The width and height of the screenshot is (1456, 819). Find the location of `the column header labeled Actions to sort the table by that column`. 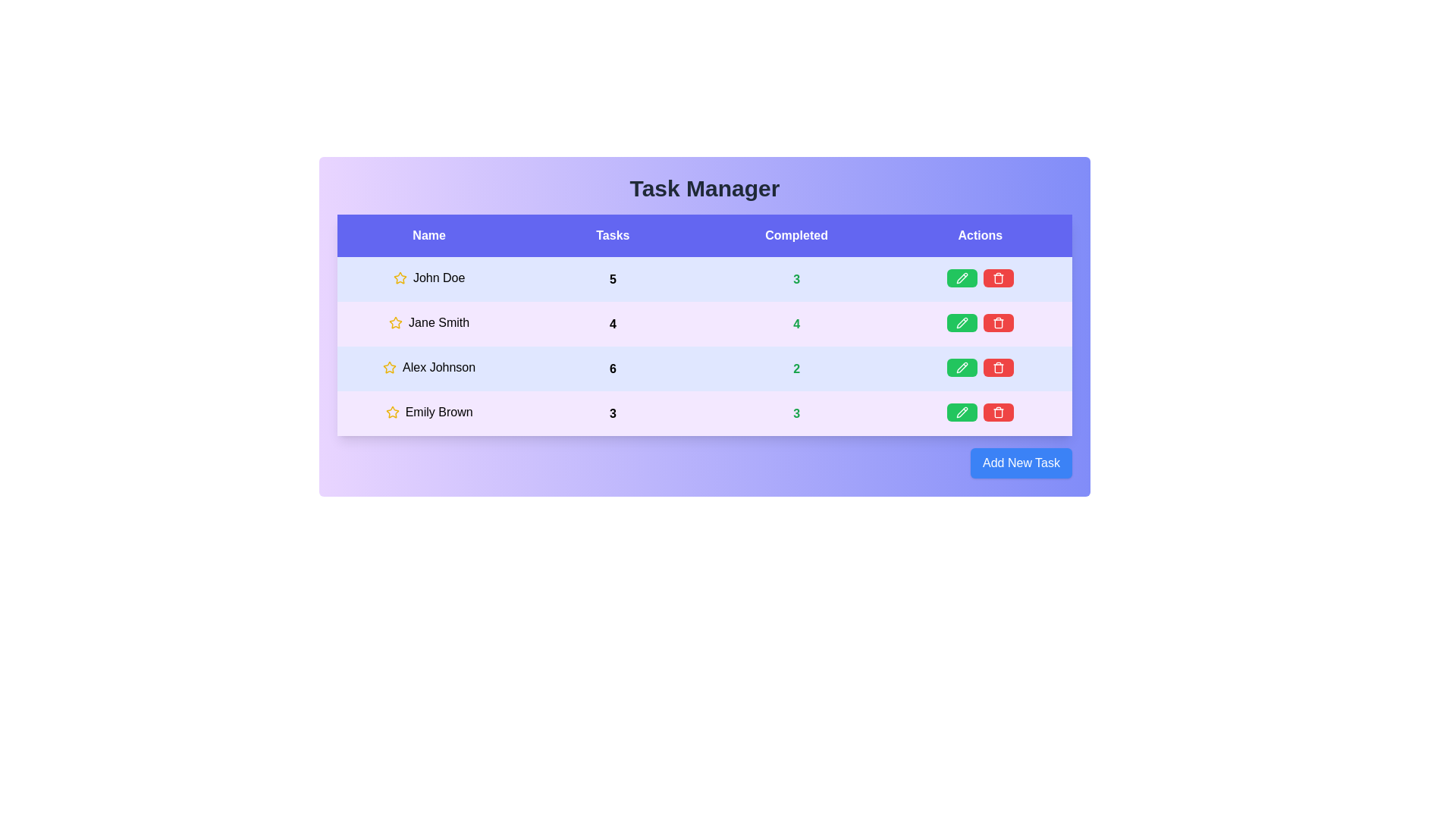

the column header labeled Actions to sort the table by that column is located at coordinates (980, 236).